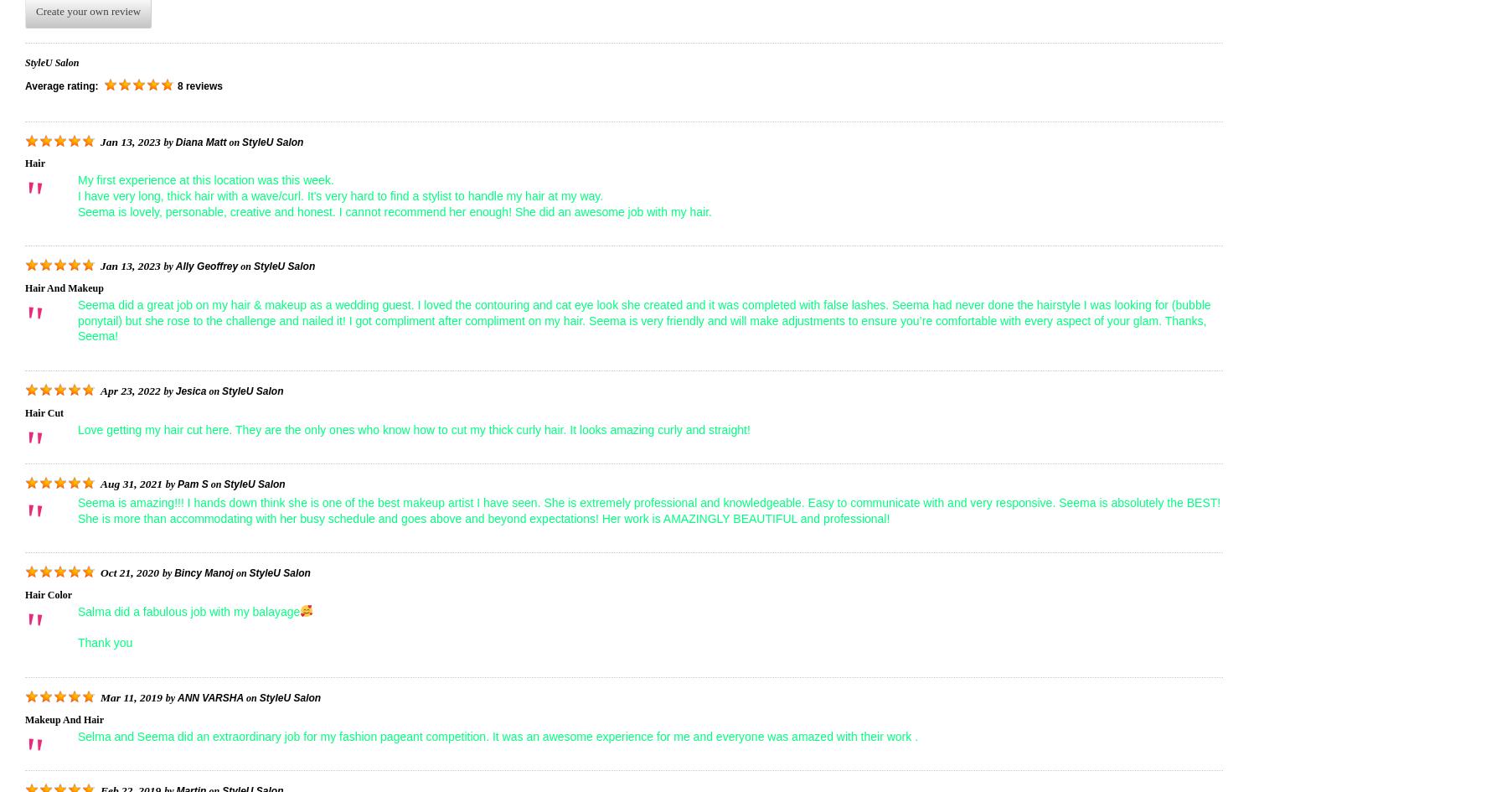 Image resolution: width=1512 pixels, height=792 pixels. What do you see at coordinates (130, 484) in the screenshot?
I see `'Aug 31, 2021'` at bounding box center [130, 484].